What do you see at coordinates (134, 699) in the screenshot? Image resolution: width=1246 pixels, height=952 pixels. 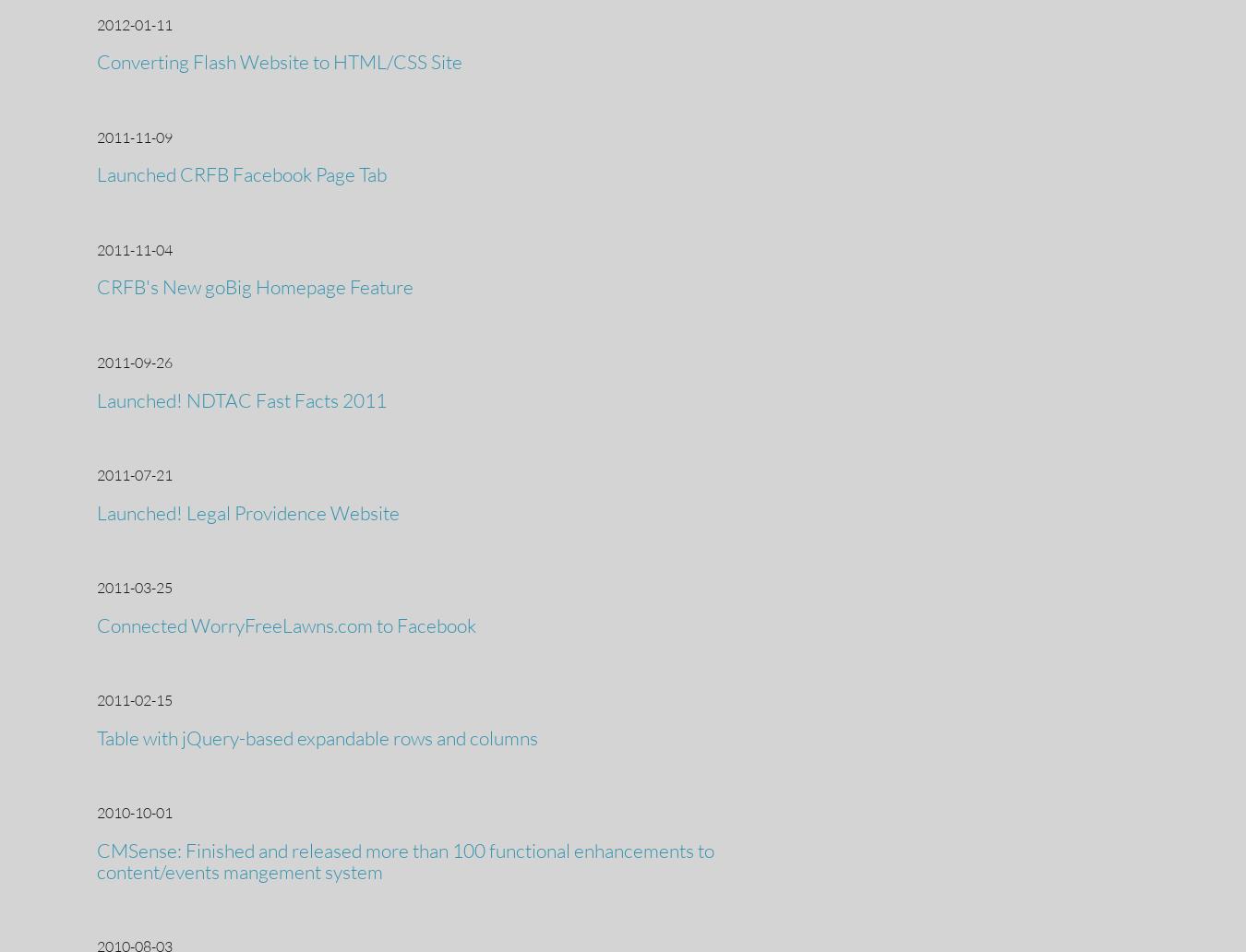 I see `'2011-02-15'` at bounding box center [134, 699].